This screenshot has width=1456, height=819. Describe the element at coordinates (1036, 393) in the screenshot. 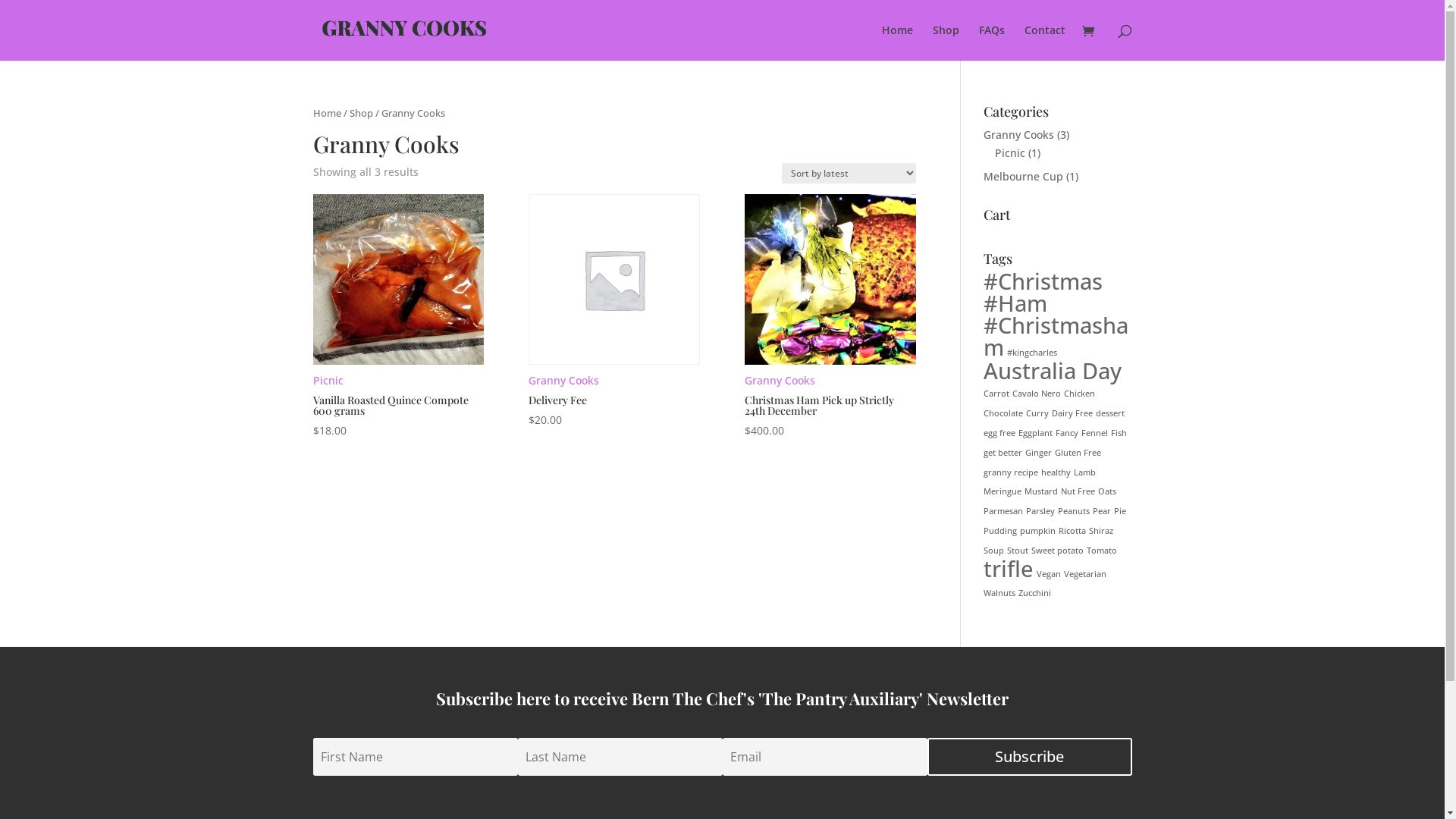

I see `'Cavalo Nero'` at that location.